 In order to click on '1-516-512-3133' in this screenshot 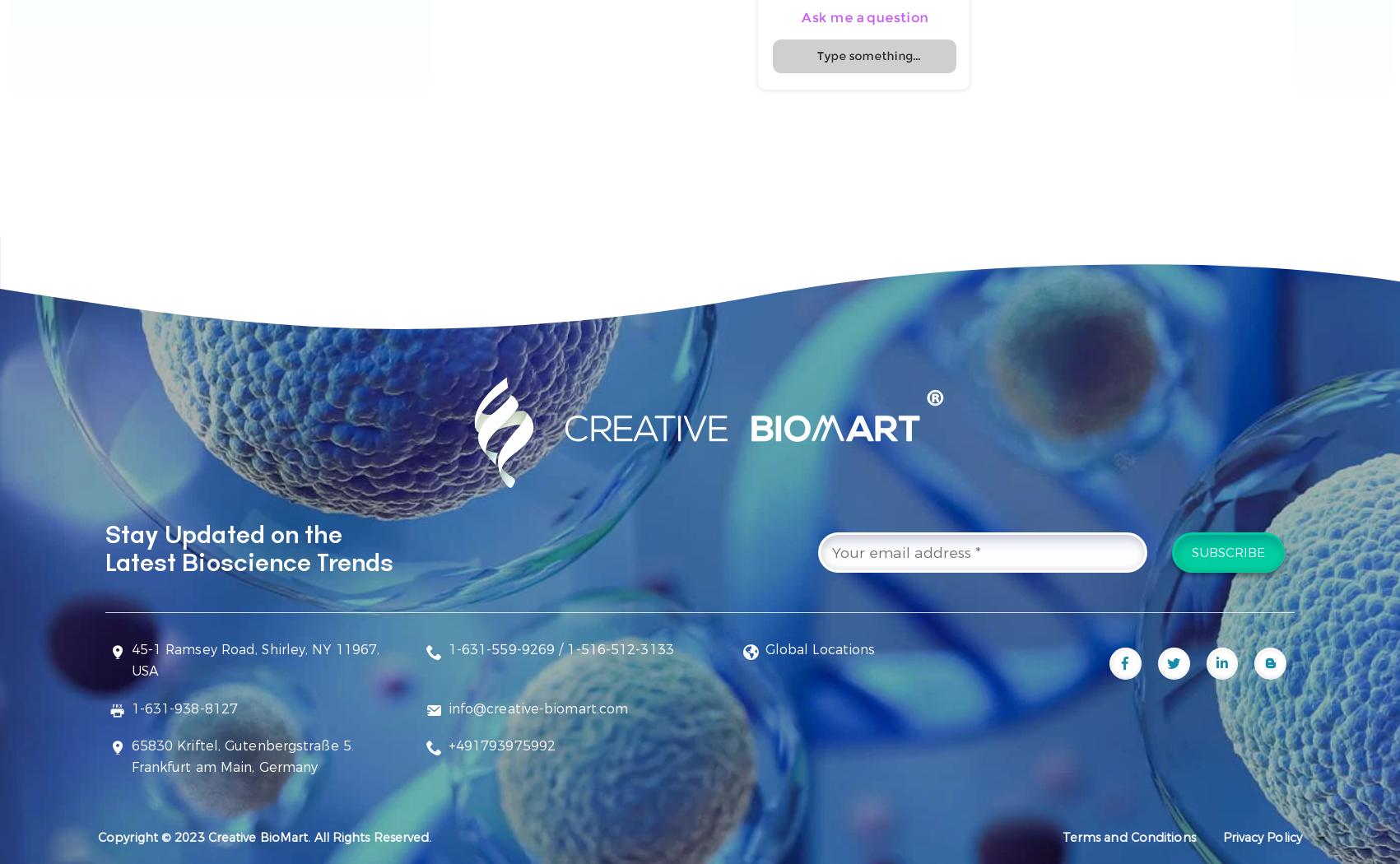, I will do `click(620, 648)`.